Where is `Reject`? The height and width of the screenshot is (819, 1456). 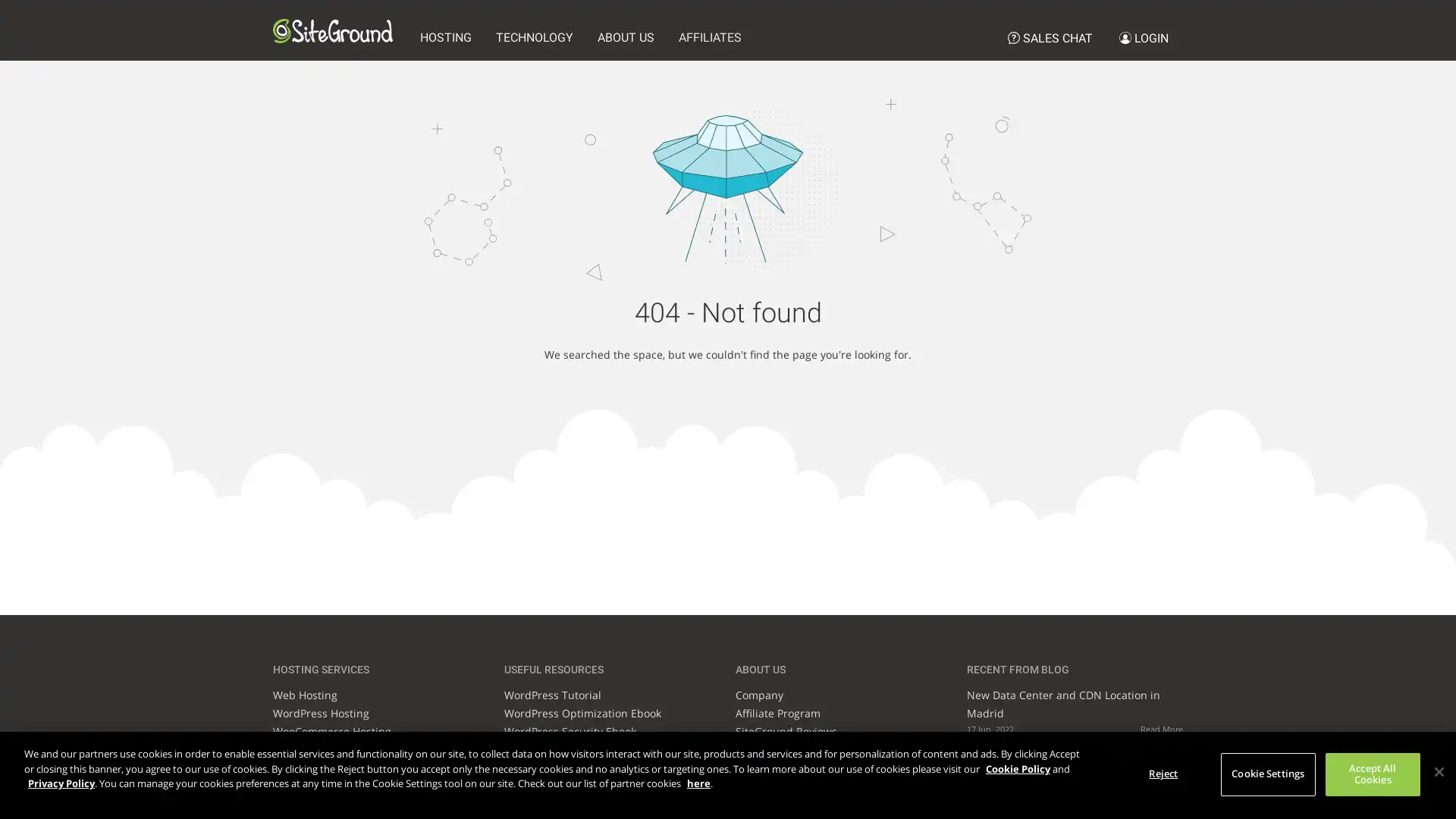
Reject is located at coordinates (1162, 773).